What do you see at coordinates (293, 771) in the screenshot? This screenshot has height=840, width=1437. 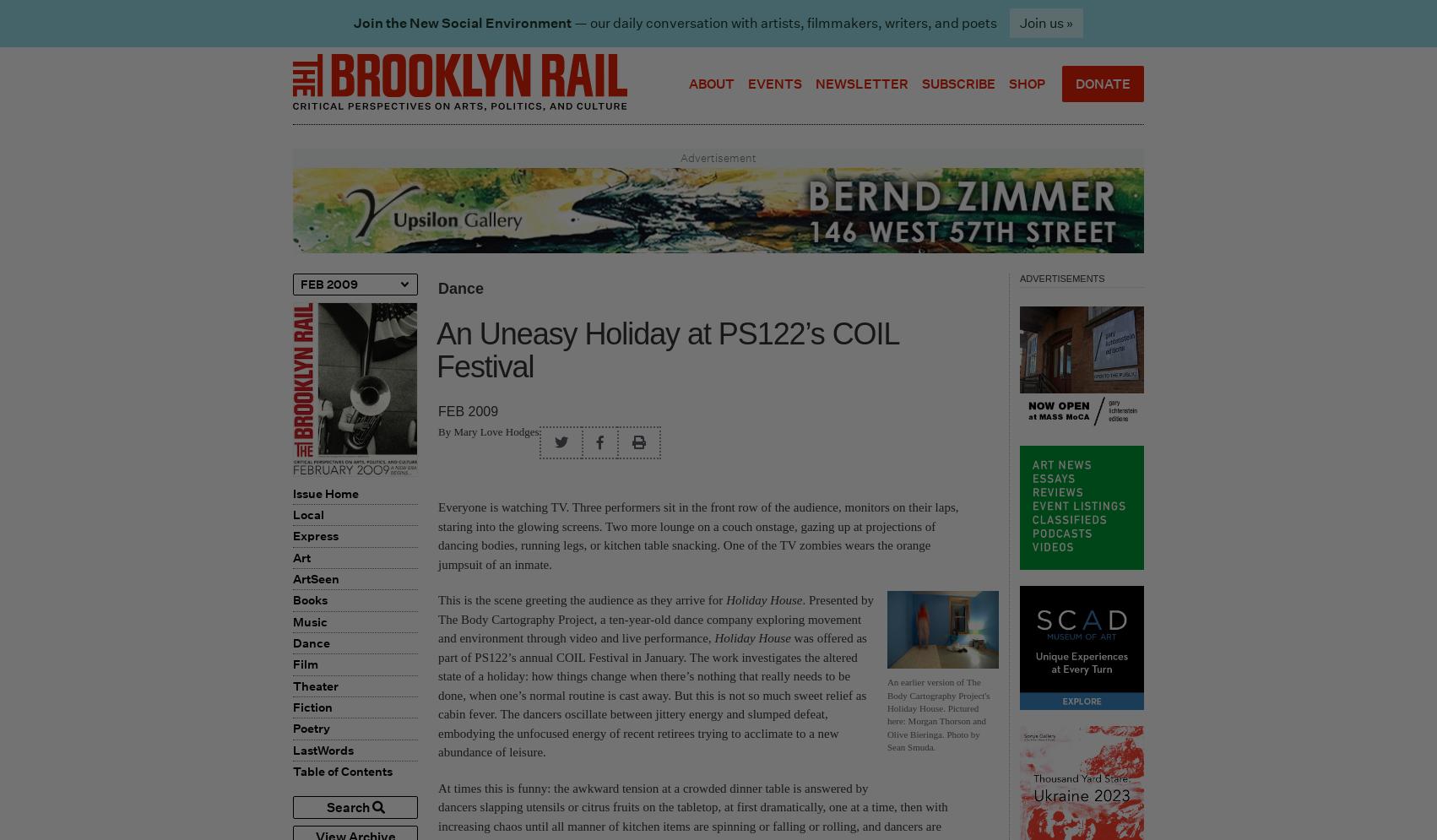 I see `'Table of Contents'` at bounding box center [293, 771].